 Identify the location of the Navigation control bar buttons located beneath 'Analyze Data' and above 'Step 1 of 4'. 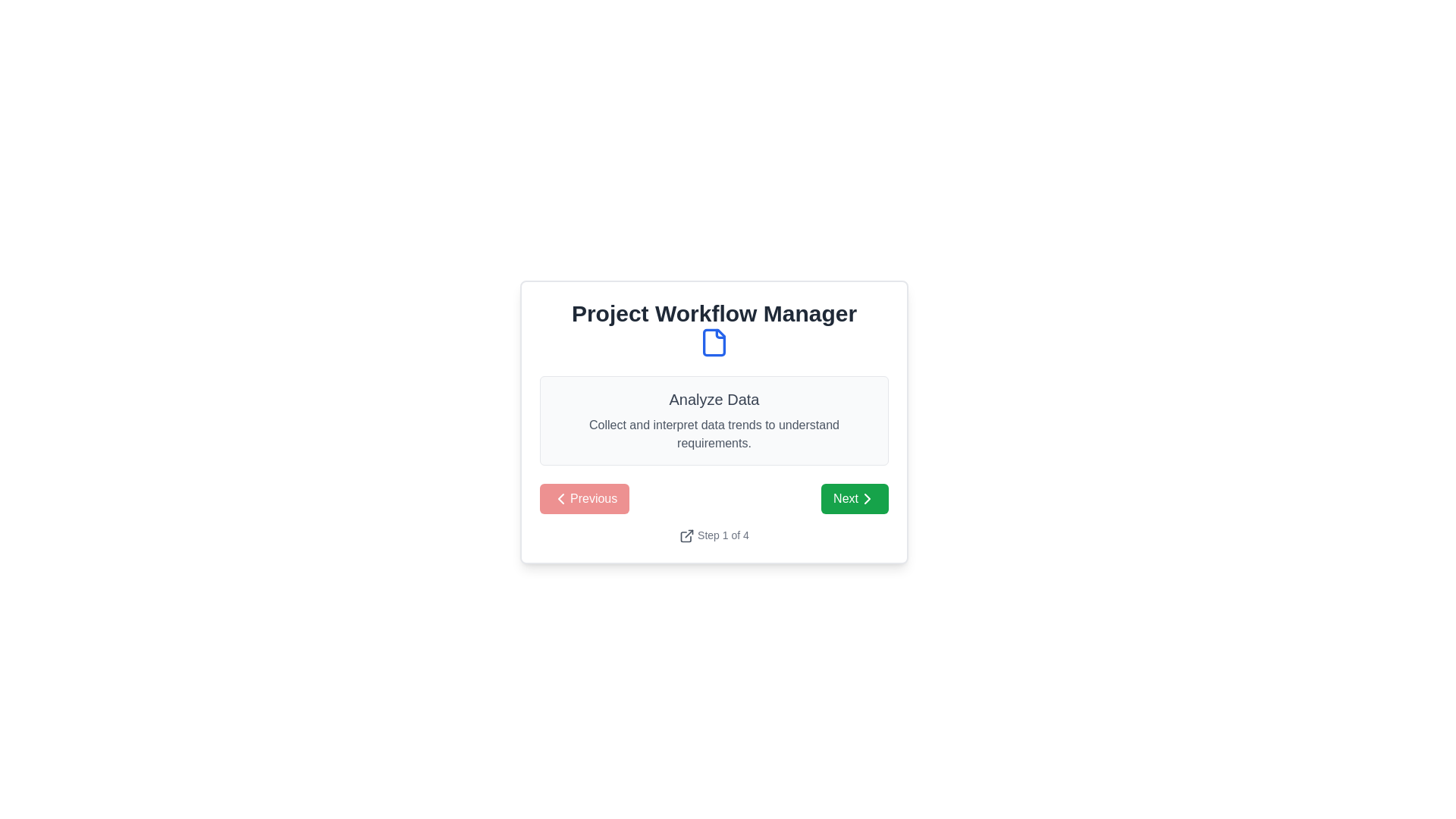
(713, 499).